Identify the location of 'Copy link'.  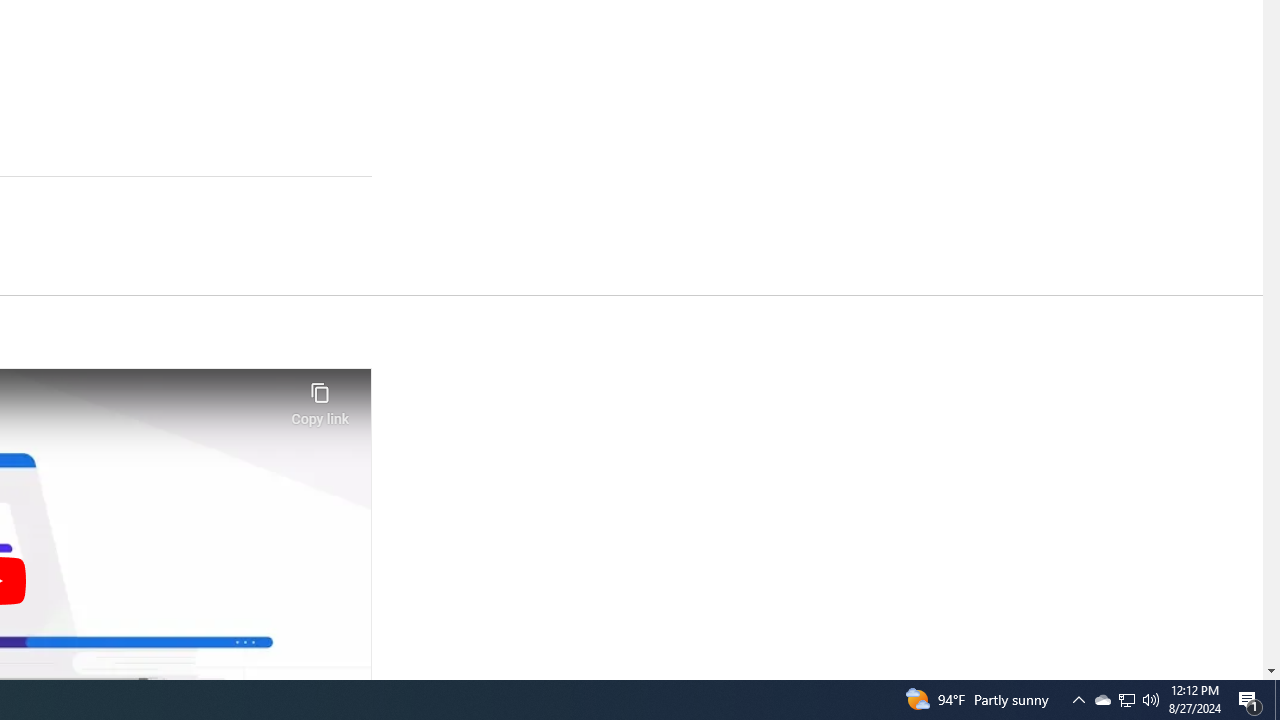
(320, 398).